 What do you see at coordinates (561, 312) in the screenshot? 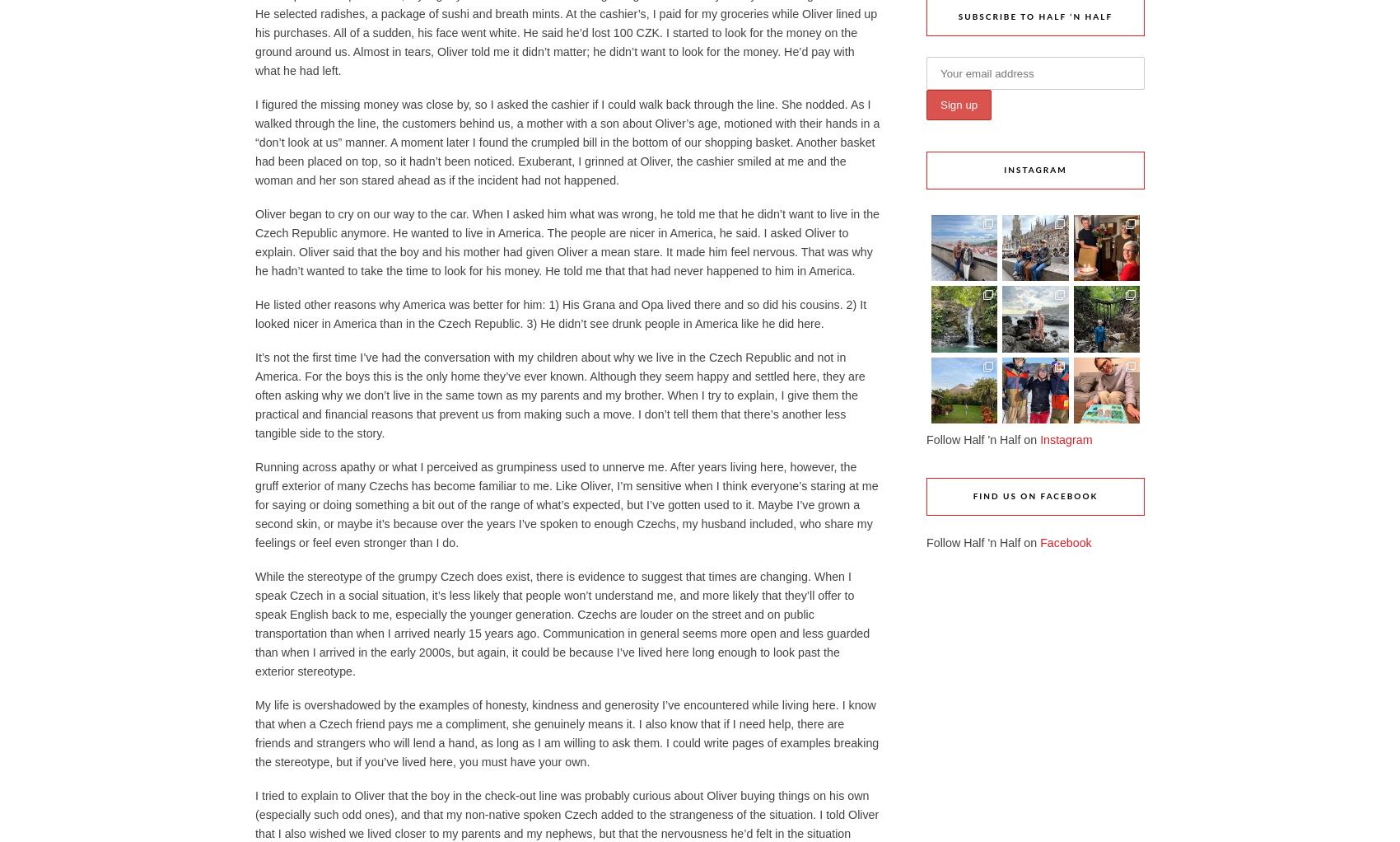
I see `'He listed other reasons why America was better for him: 1) His Grana and Opa lived there and so did his cousins. 2) It looked nicer in America than in the Czech Republic. 3) He didn’t see drunk people in America like he did here.'` at bounding box center [561, 312].